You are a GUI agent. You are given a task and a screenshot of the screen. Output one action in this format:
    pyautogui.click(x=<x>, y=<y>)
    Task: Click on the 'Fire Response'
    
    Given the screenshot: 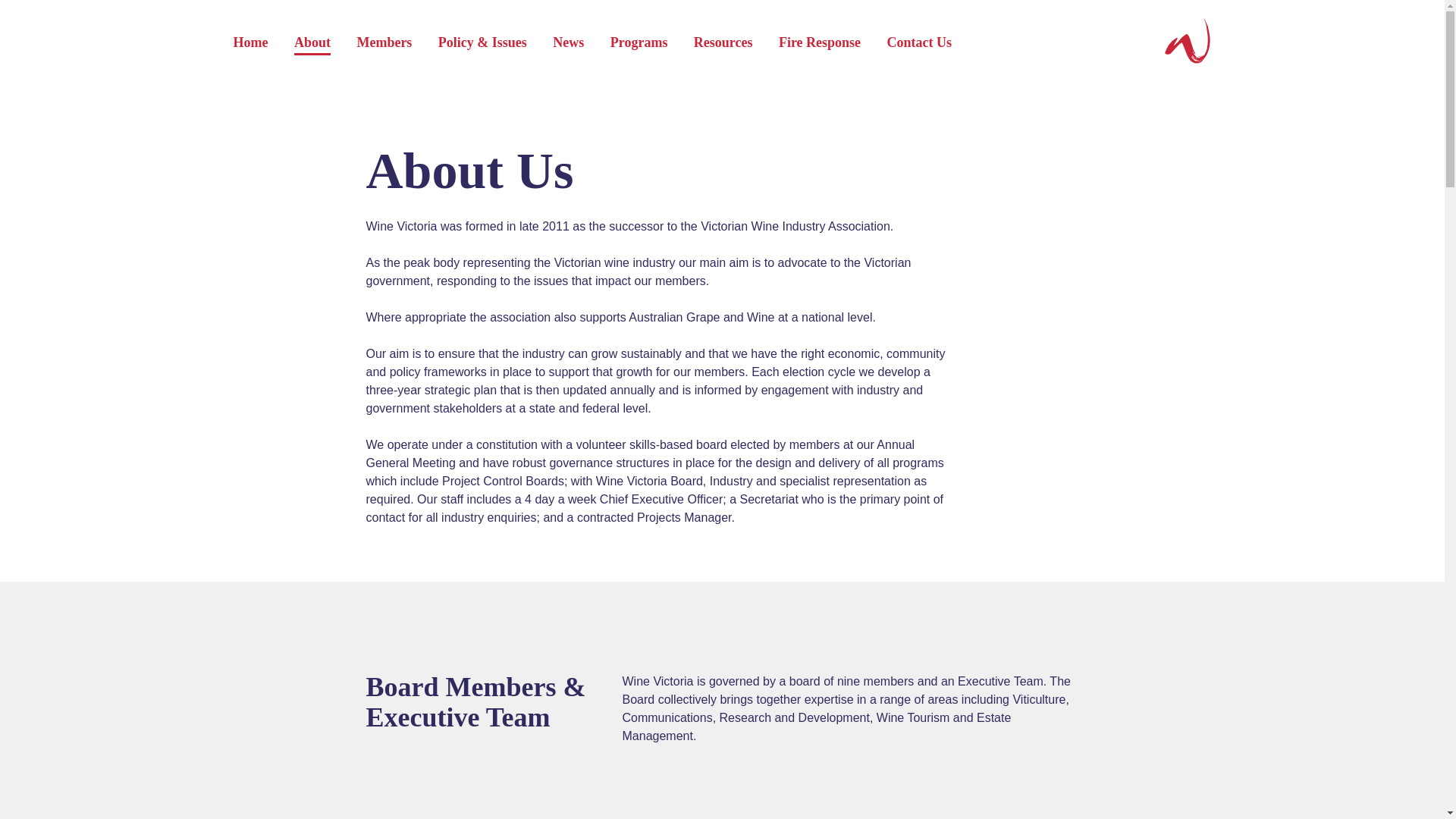 What is the action you would take?
    pyautogui.click(x=818, y=42)
    